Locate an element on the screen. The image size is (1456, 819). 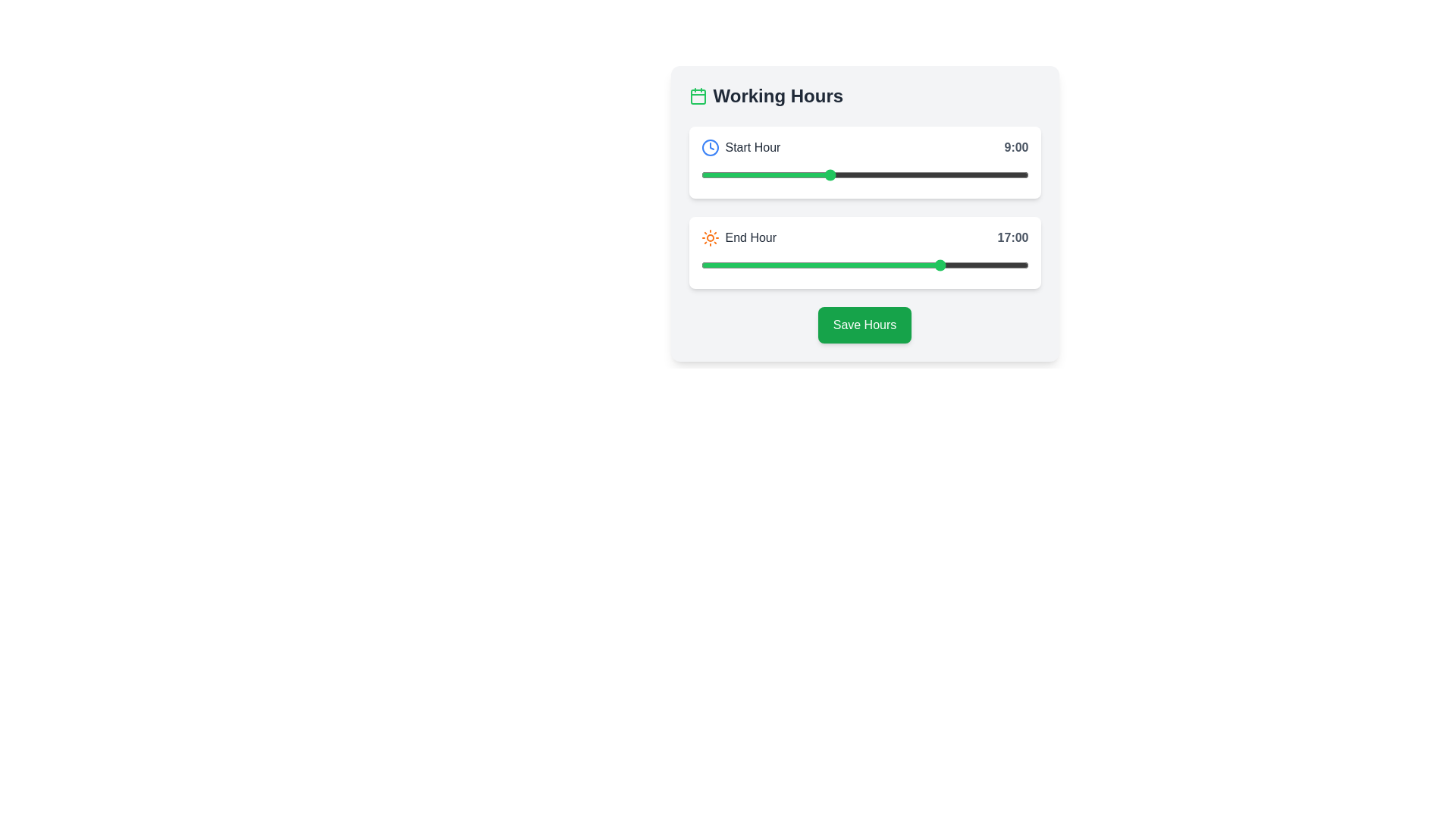
the start hour is located at coordinates (956, 174).